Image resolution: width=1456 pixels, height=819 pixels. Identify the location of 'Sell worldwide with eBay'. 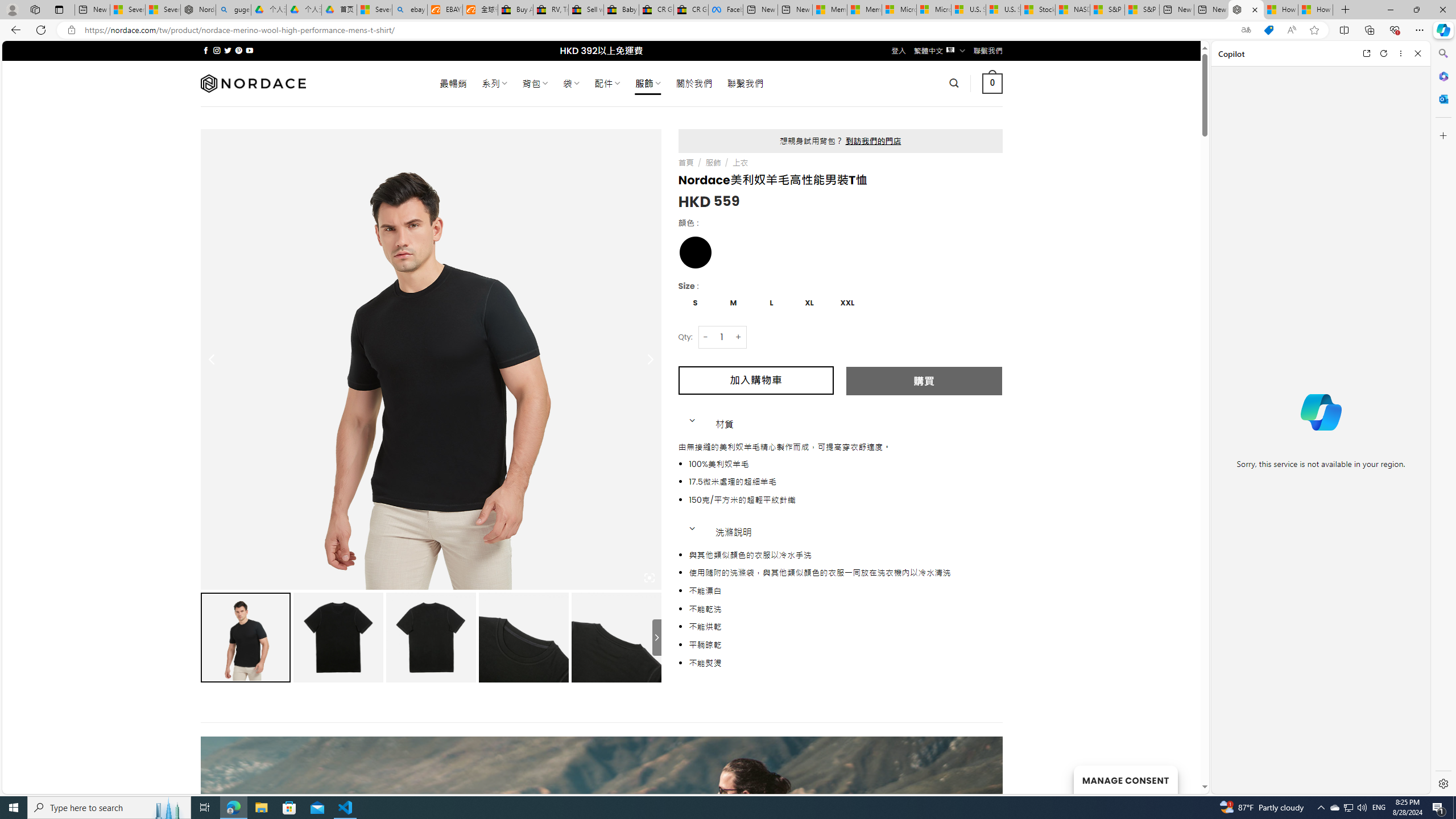
(586, 9).